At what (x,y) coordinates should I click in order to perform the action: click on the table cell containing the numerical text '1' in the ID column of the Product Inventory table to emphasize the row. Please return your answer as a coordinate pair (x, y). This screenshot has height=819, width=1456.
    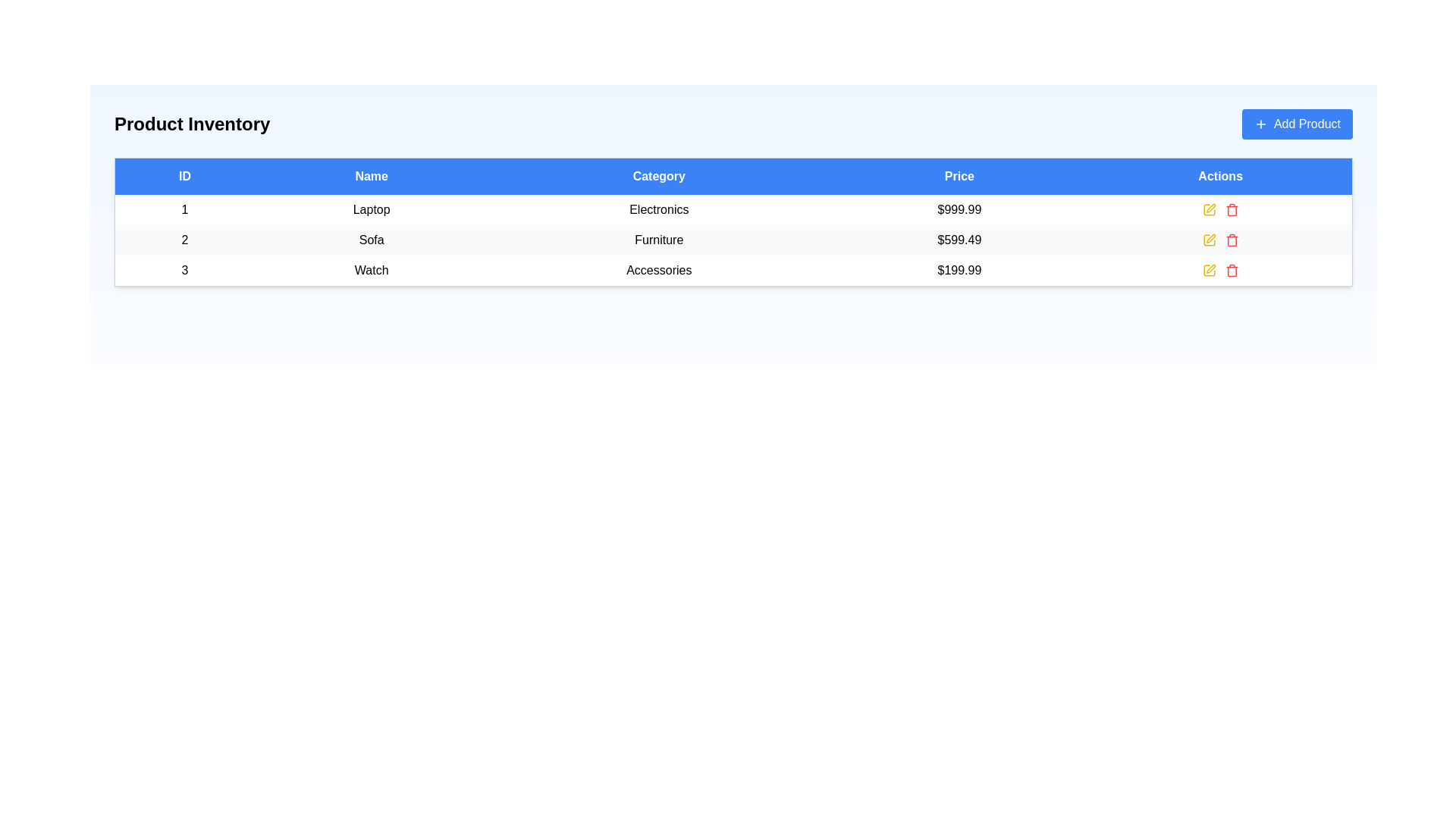
    Looking at the image, I should click on (184, 210).